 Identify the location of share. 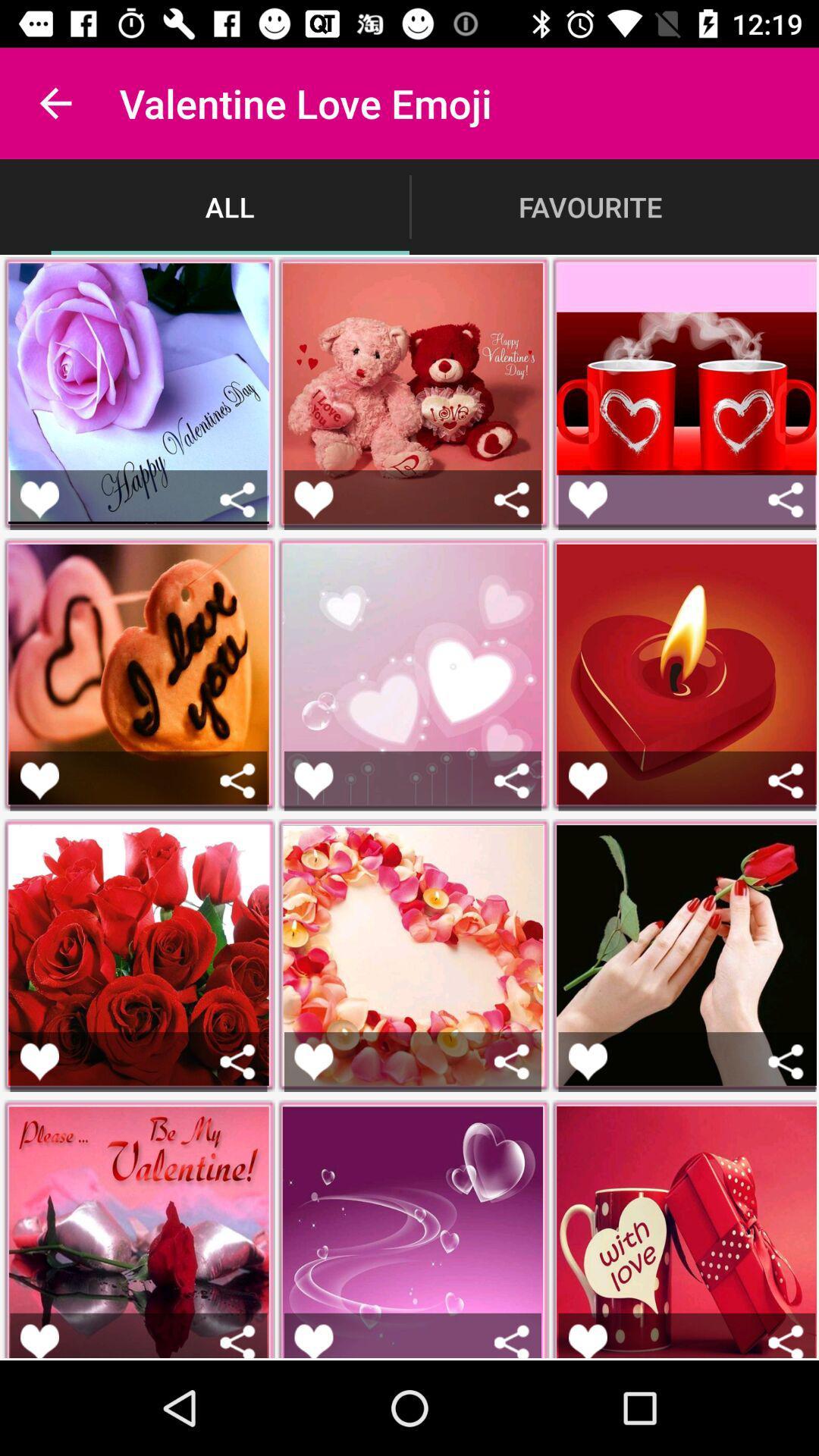
(512, 780).